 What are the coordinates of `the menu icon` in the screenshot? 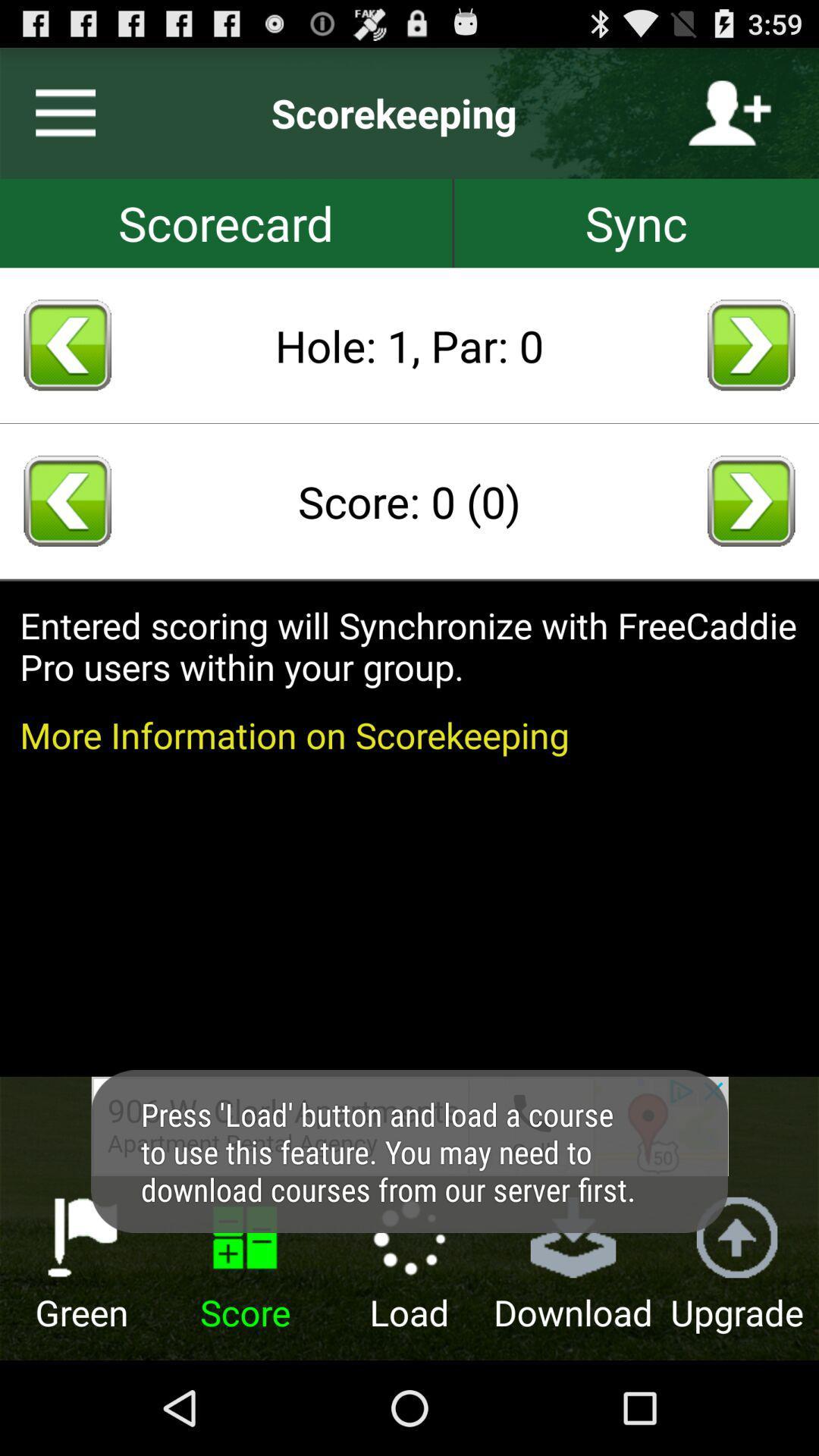 It's located at (58, 120).